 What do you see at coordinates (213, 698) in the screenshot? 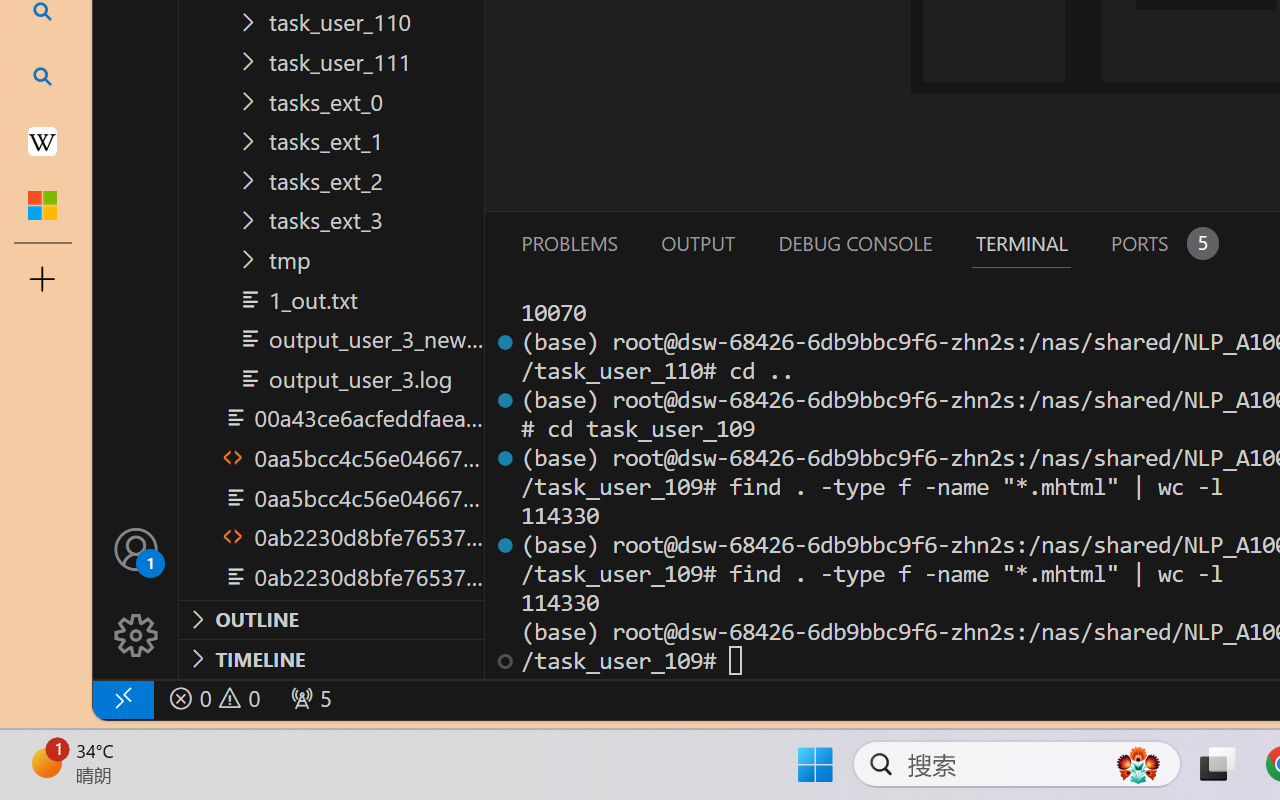
I see `'No Problems'` at bounding box center [213, 698].